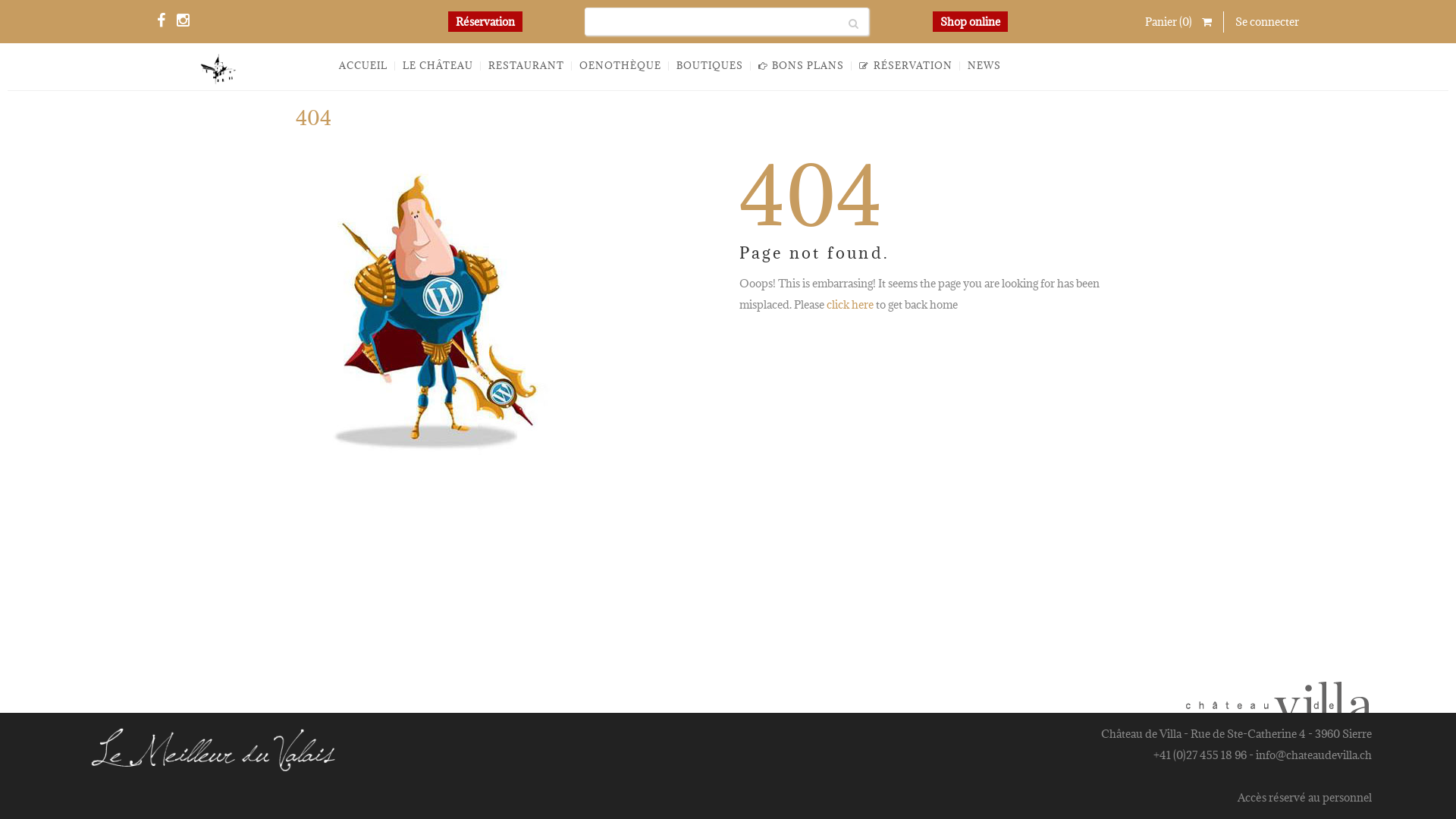 The width and height of the screenshot is (1456, 819). Describe the element at coordinates (1313, 755) in the screenshot. I see `'info@chateaudevilla.ch'` at that location.